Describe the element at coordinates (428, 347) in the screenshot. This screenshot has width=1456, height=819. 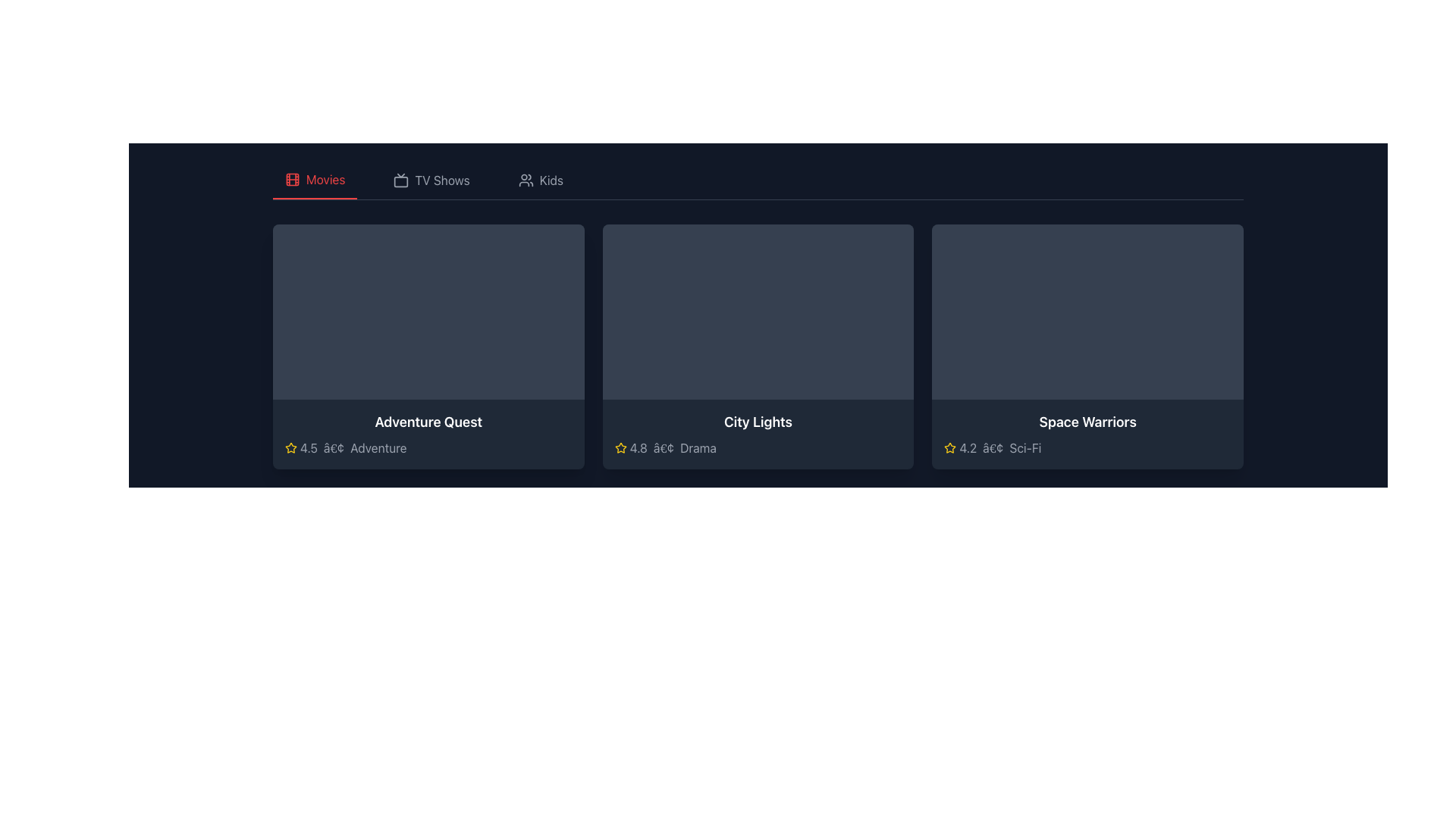
I see `the 'Adventure Quest' card located at the top left corner of the grid under the 'Movies' tab` at that location.